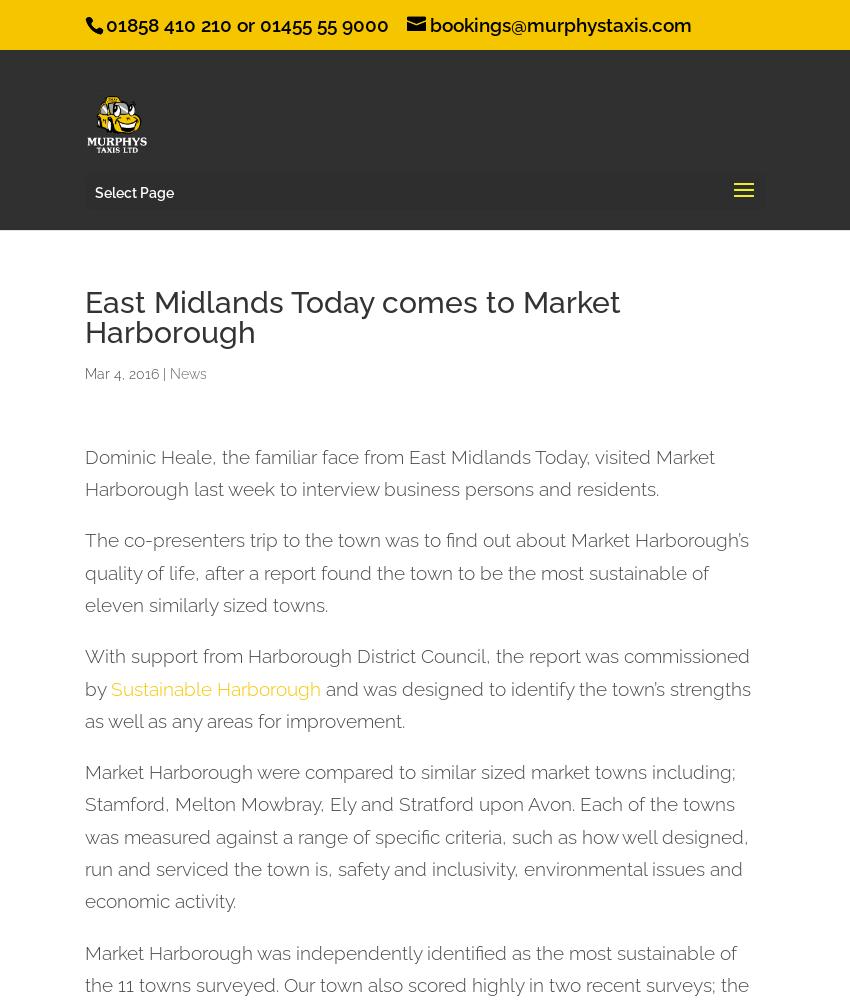 This screenshot has height=1000, width=850. What do you see at coordinates (85, 471) in the screenshot?
I see `'Dominic Heale, the familiar face from East Midlands Today, visited Market Harborough last week to interview business persons and residents.'` at bounding box center [85, 471].